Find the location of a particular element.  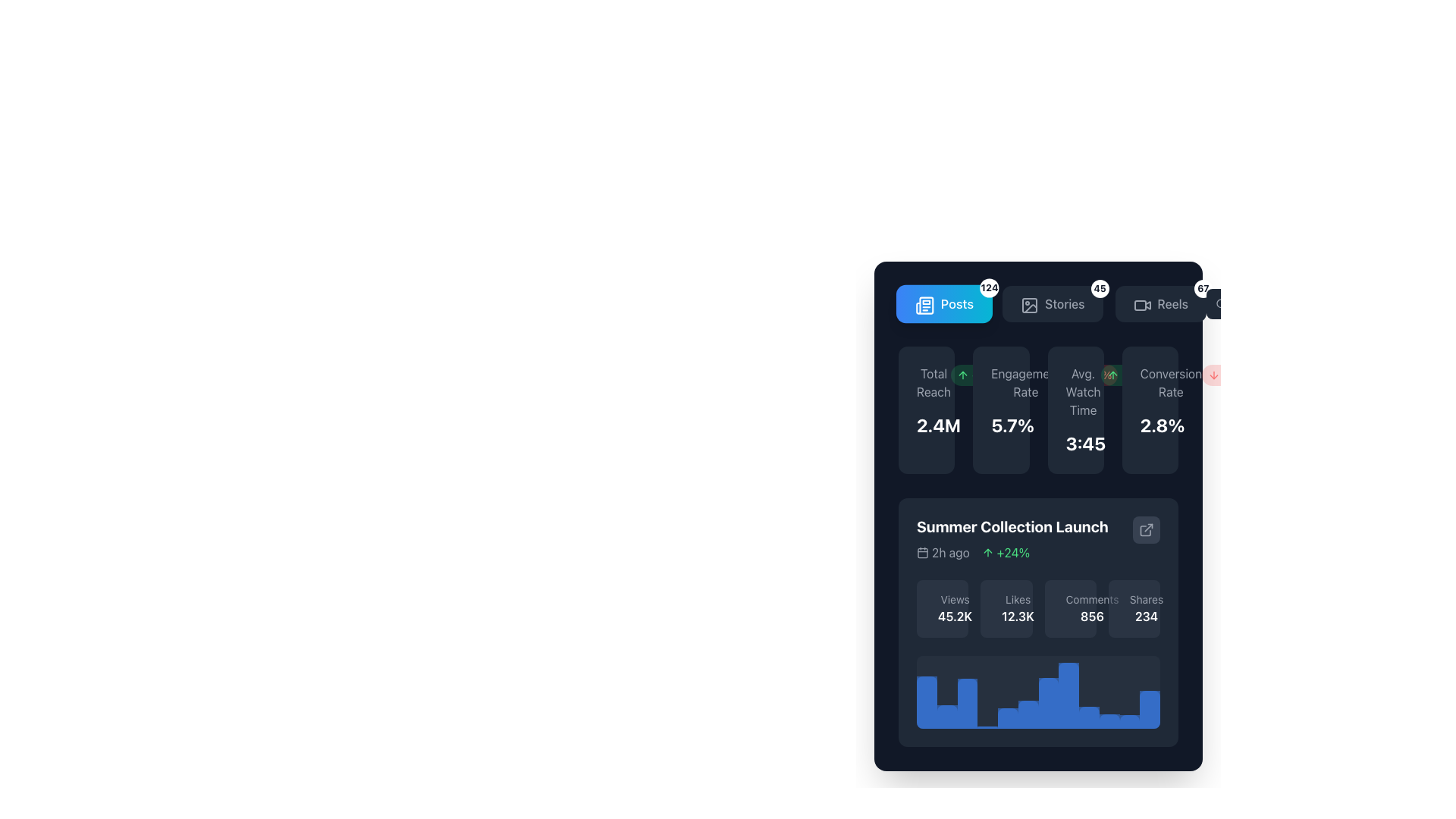

the larger rounded rectangle SVG shape located in the top right section of the UI, which serves as a placeholder or image outline is located at coordinates (1030, 305).